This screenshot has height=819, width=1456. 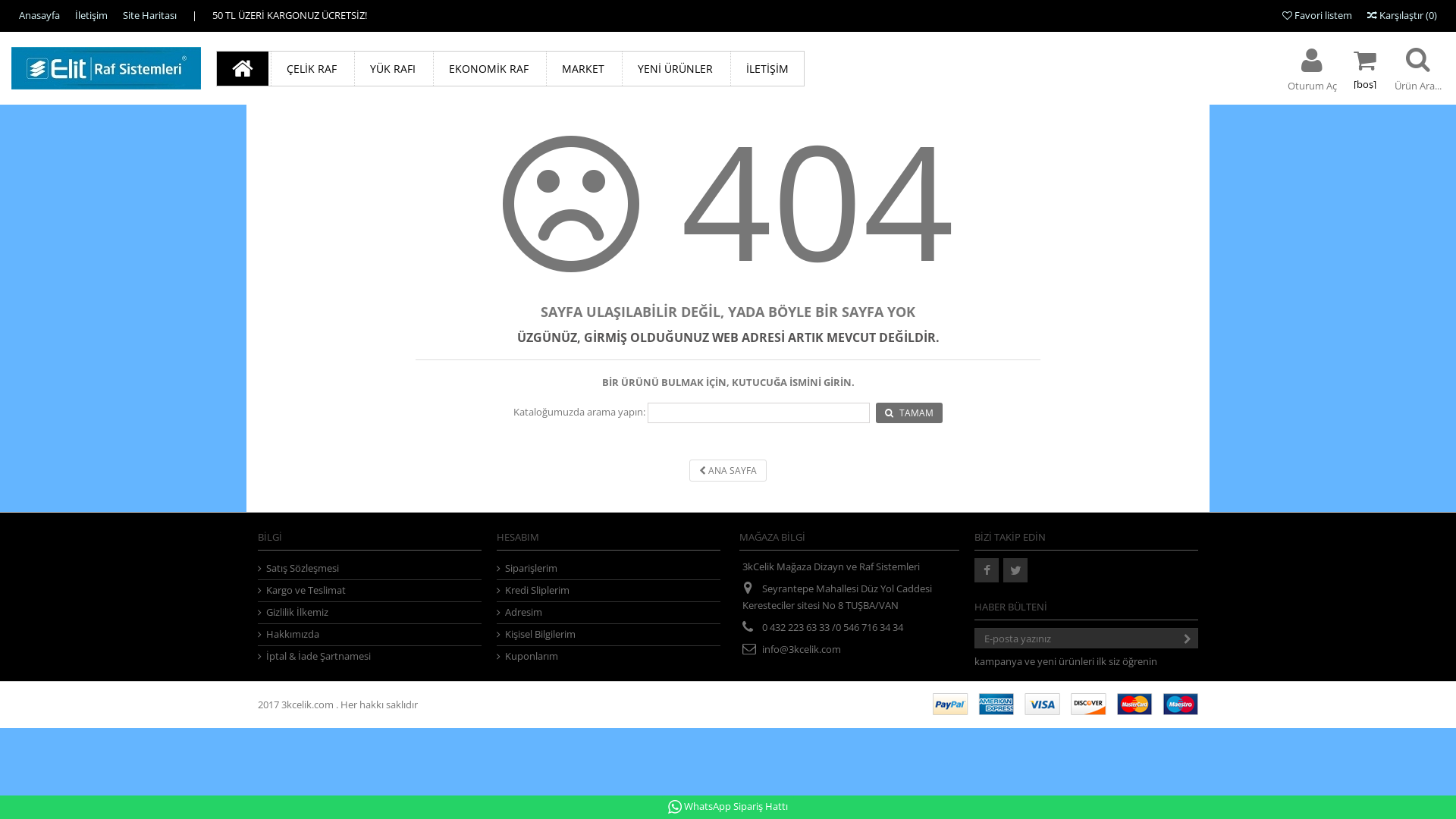 What do you see at coordinates (1316, 14) in the screenshot?
I see `'Favori listem'` at bounding box center [1316, 14].